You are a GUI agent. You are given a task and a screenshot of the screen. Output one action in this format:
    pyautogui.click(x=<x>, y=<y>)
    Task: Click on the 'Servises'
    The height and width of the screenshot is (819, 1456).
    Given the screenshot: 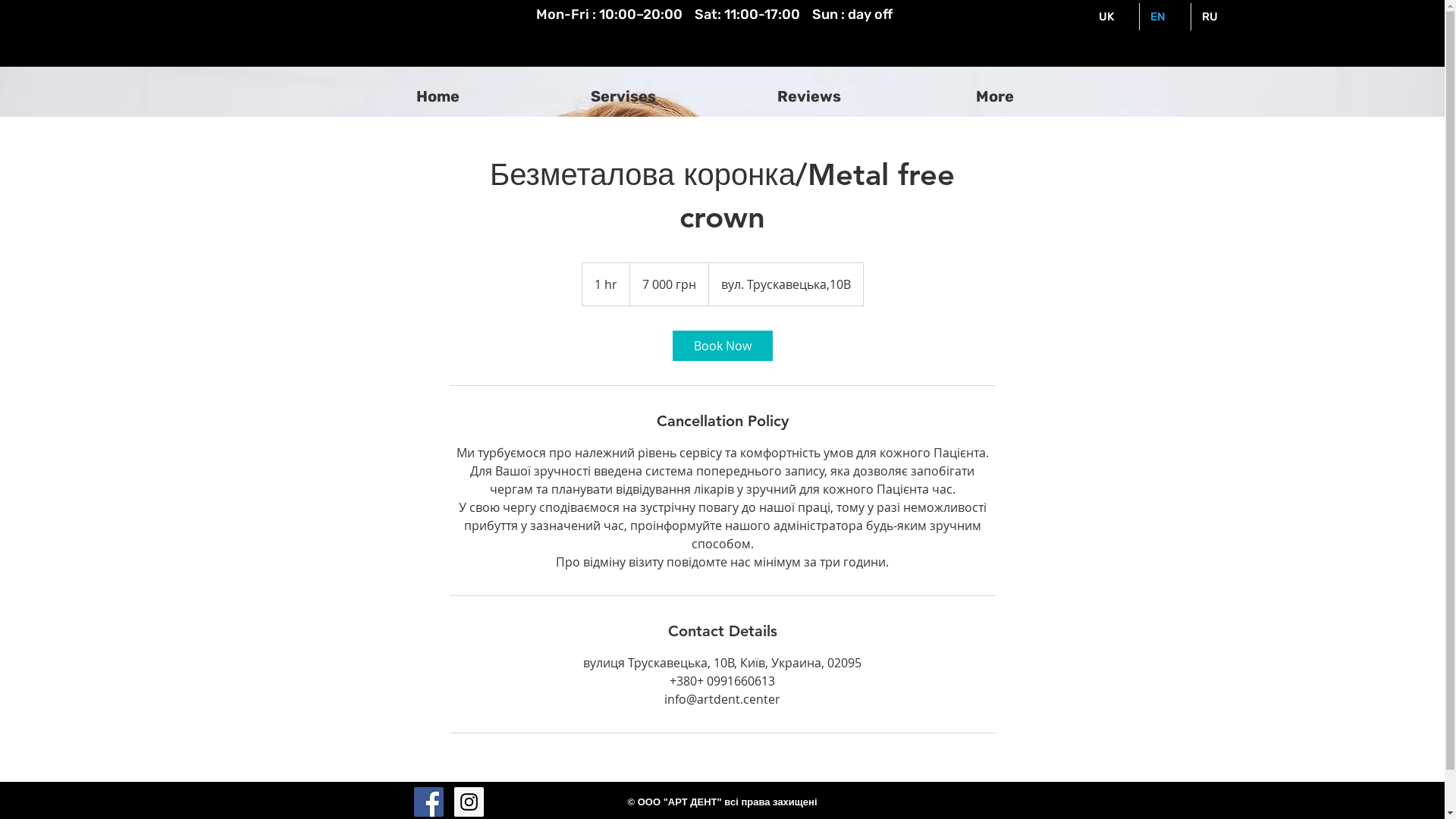 What is the action you would take?
    pyautogui.click(x=623, y=96)
    